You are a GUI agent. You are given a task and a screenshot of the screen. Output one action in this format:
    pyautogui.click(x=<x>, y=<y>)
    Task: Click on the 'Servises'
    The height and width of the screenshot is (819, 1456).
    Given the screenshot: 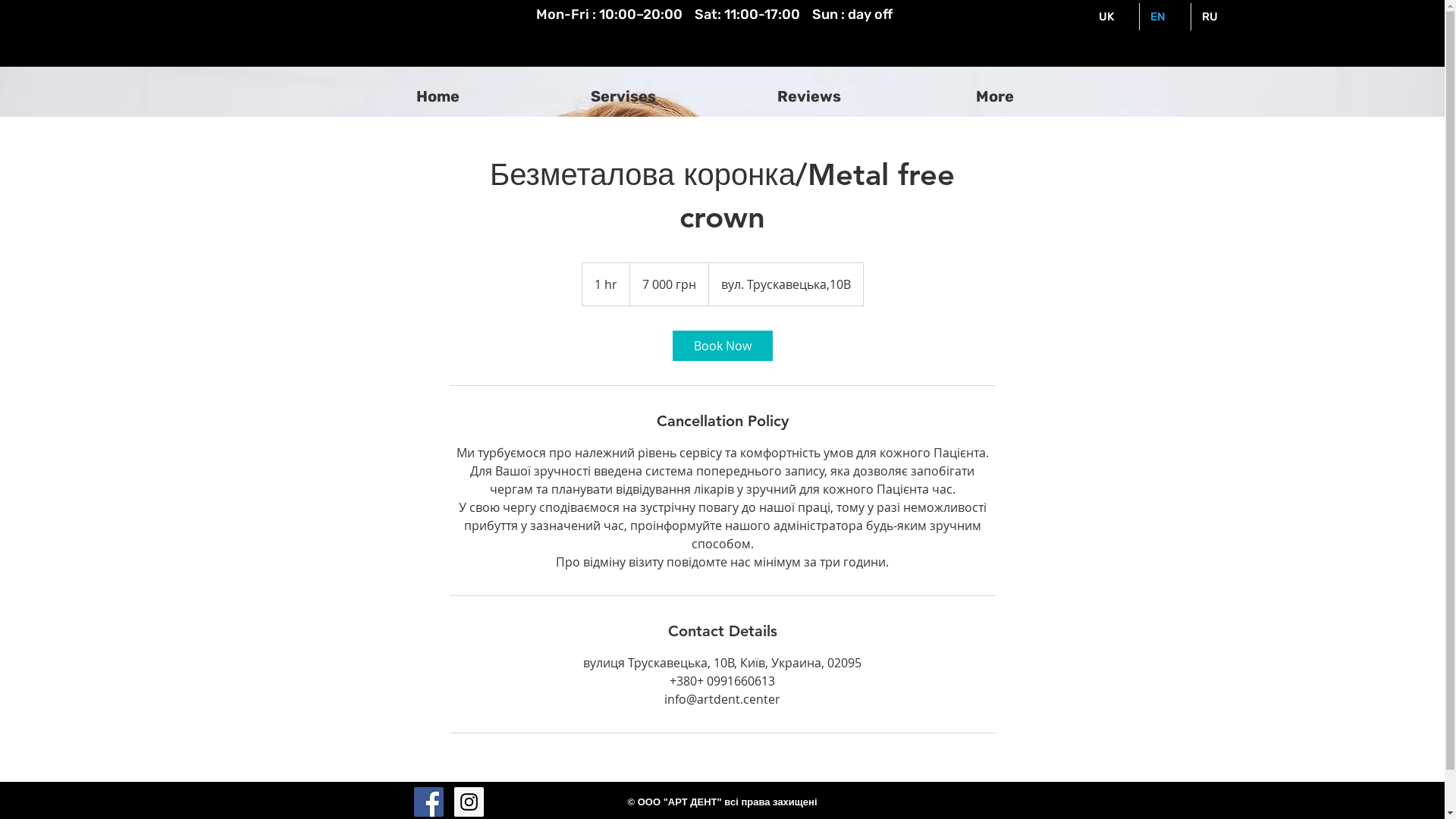 What is the action you would take?
    pyautogui.click(x=623, y=96)
    